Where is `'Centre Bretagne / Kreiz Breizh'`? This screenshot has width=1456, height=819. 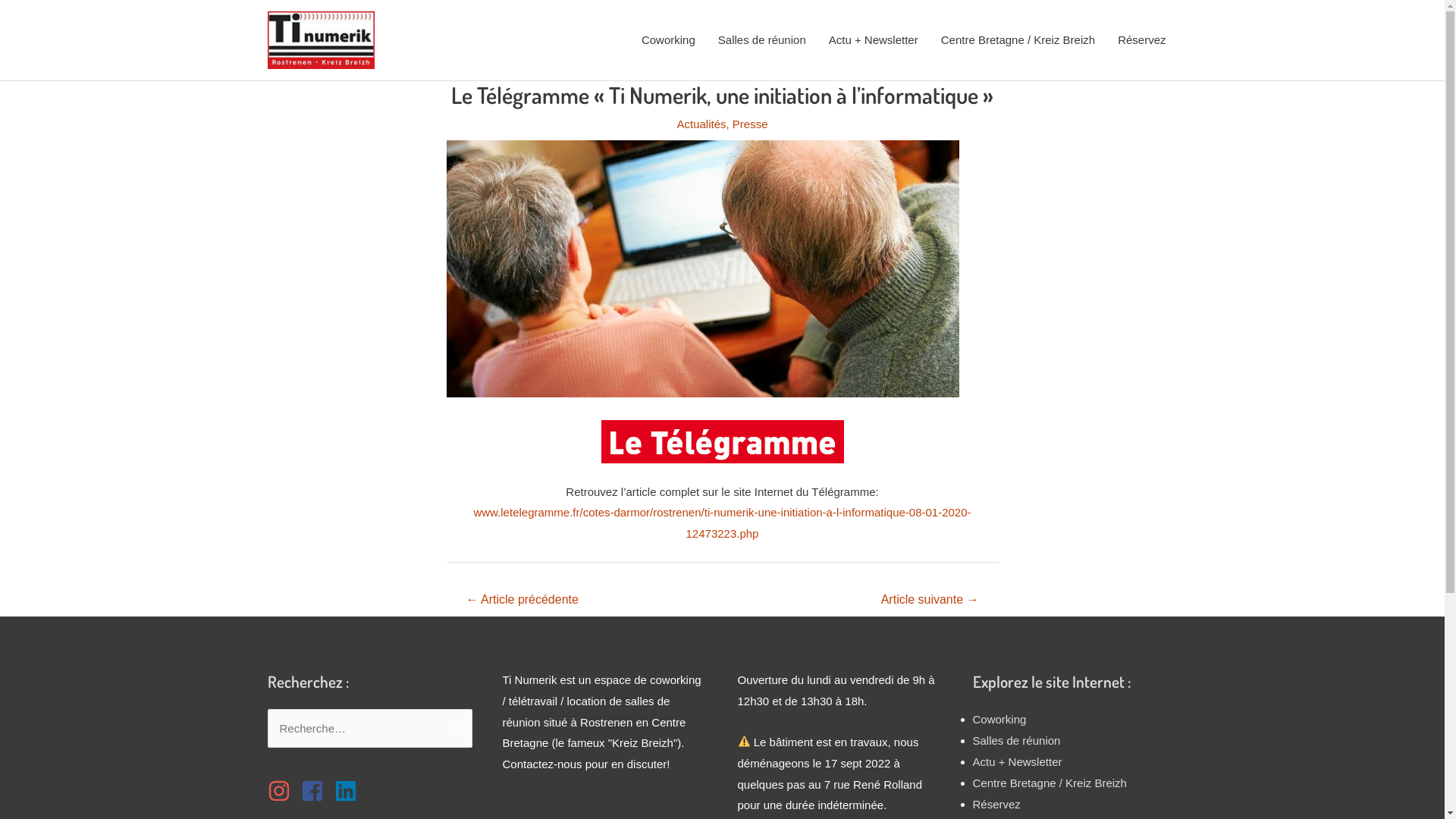
'Centre Bretagne / Kreiz Breizh' is located at coordinates (1018, 39).